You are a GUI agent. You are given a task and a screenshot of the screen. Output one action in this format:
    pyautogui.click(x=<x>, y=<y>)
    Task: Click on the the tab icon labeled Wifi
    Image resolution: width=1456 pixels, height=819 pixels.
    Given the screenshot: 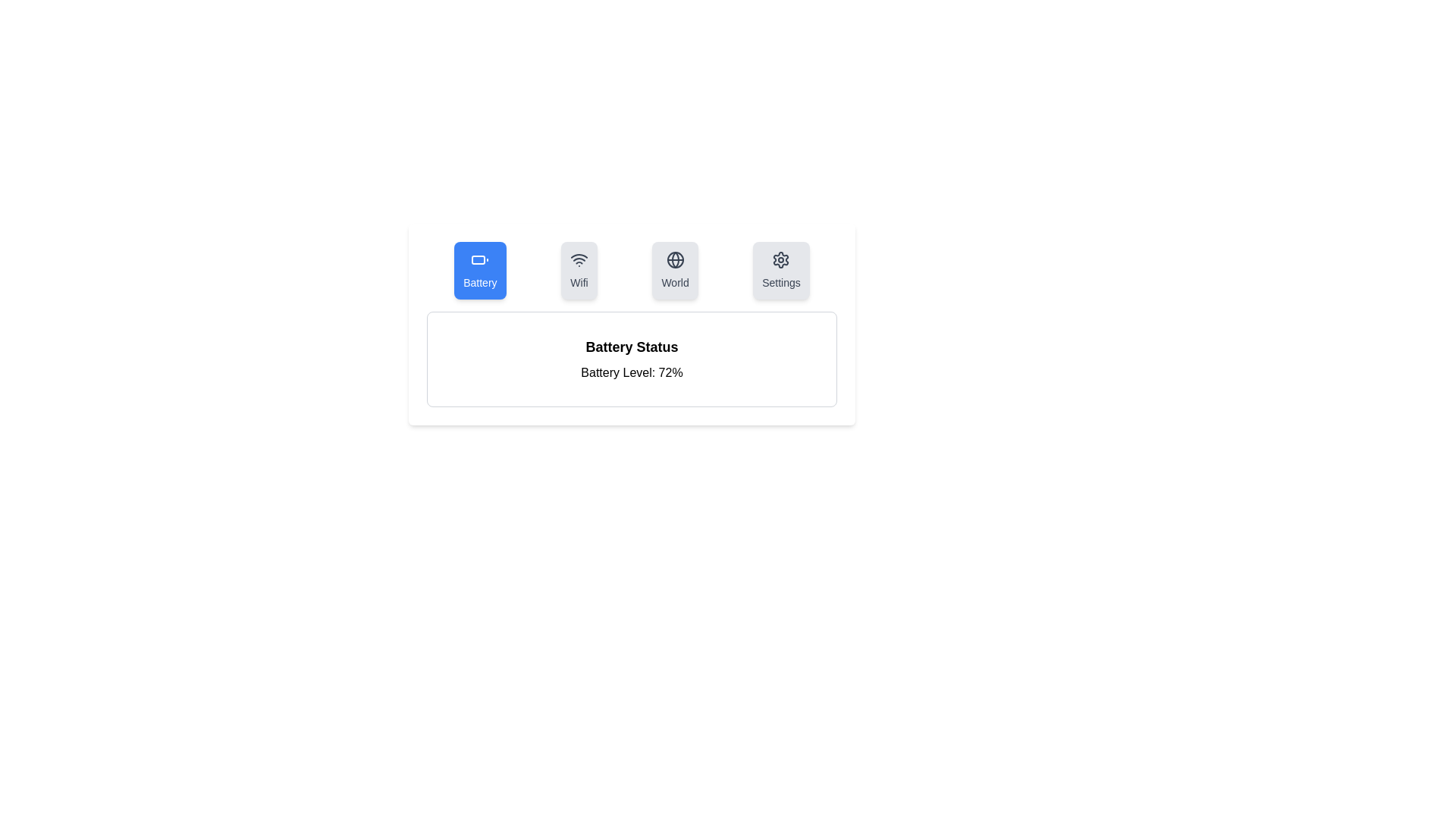 What is the action you would take?
    pyautogui.click(x=578, y=270)
    